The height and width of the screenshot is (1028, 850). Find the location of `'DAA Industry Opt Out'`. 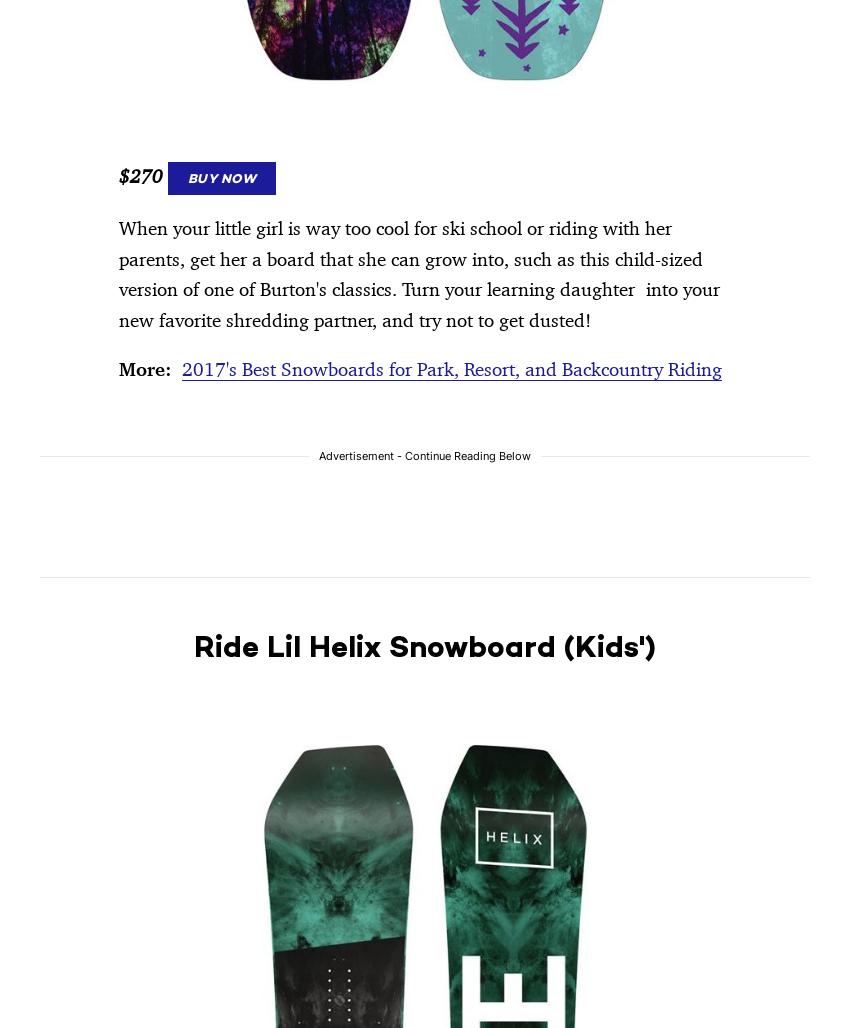

'DAA Industry Opt Out' is located at coordinates (654, 227).